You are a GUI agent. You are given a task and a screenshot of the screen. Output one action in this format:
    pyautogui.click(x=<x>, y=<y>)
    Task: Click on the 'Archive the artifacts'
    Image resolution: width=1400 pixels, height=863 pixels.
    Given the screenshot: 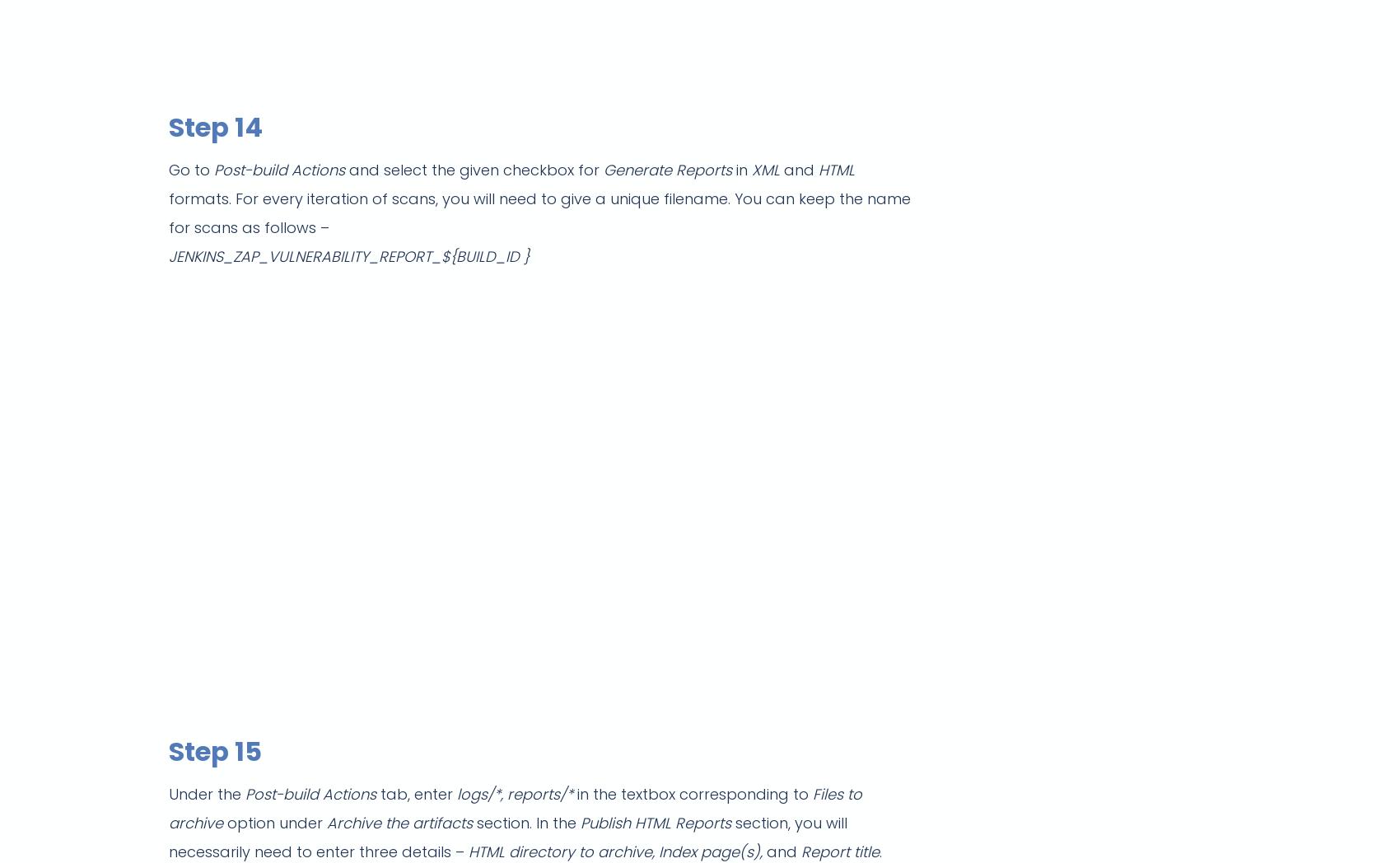 What is the action you would take?
    pyautogui.click(x=325, y=822)
    